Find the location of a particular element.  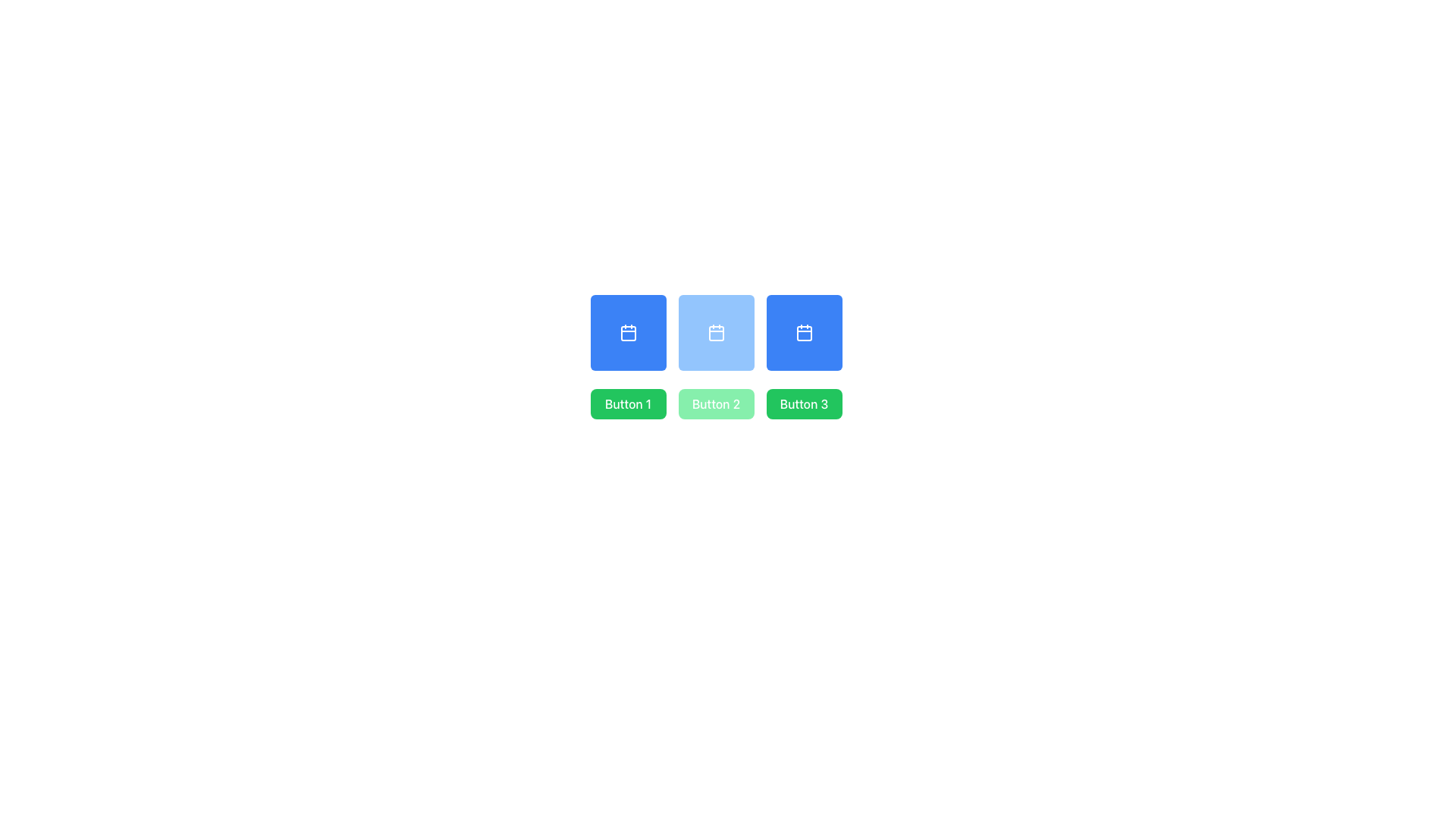

properties of the central rectangular icon styled as an empty rectangle with rounded corners, located within the leftmost calendar card is located at coordinates (628, 332).